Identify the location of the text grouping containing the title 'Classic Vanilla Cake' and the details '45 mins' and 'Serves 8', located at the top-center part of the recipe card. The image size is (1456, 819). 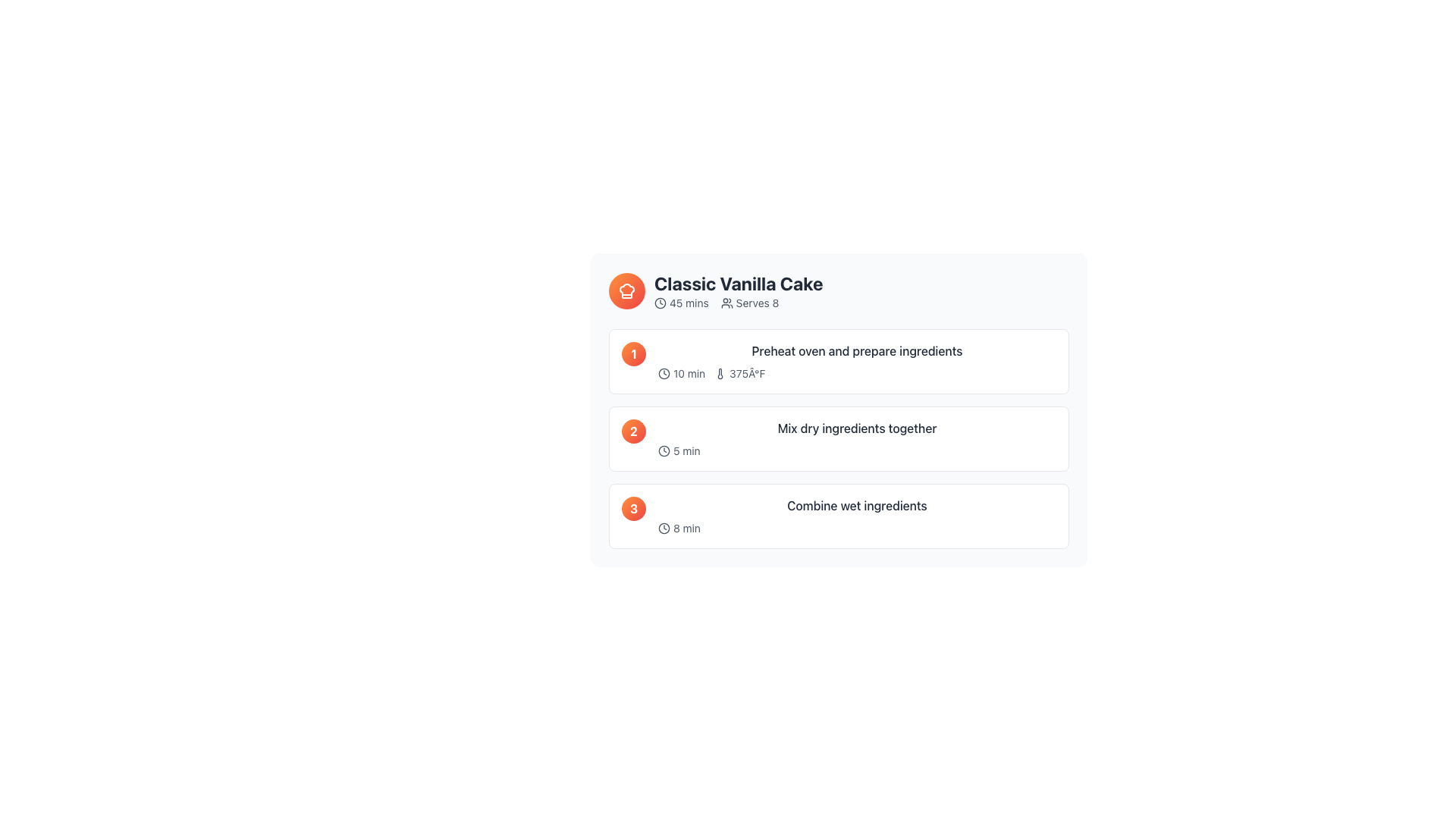
(739, 291).